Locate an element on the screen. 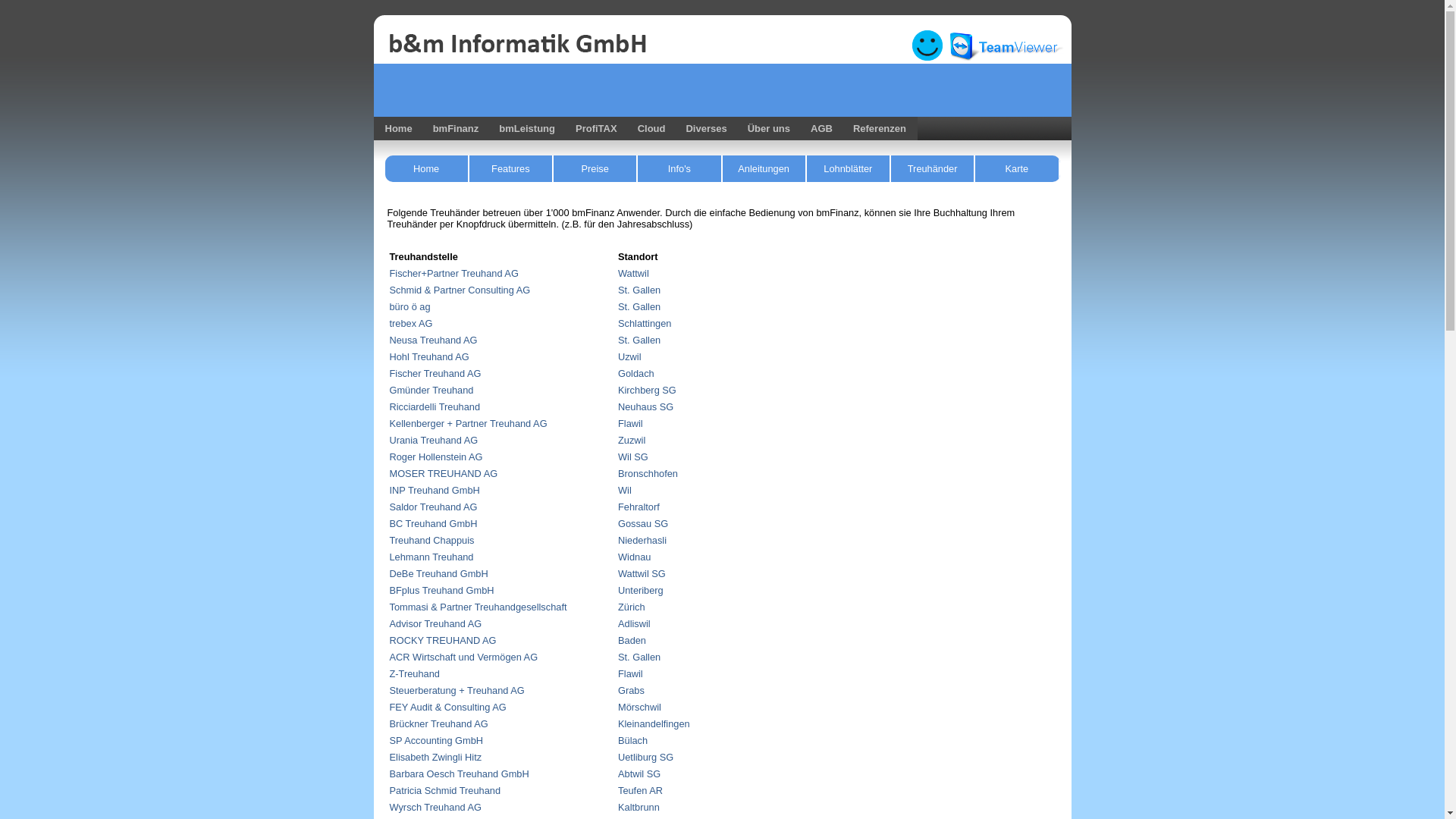 This screenshot has height=819, width=1456. 'ProfiTAX' is located at coordinates (595, 127).